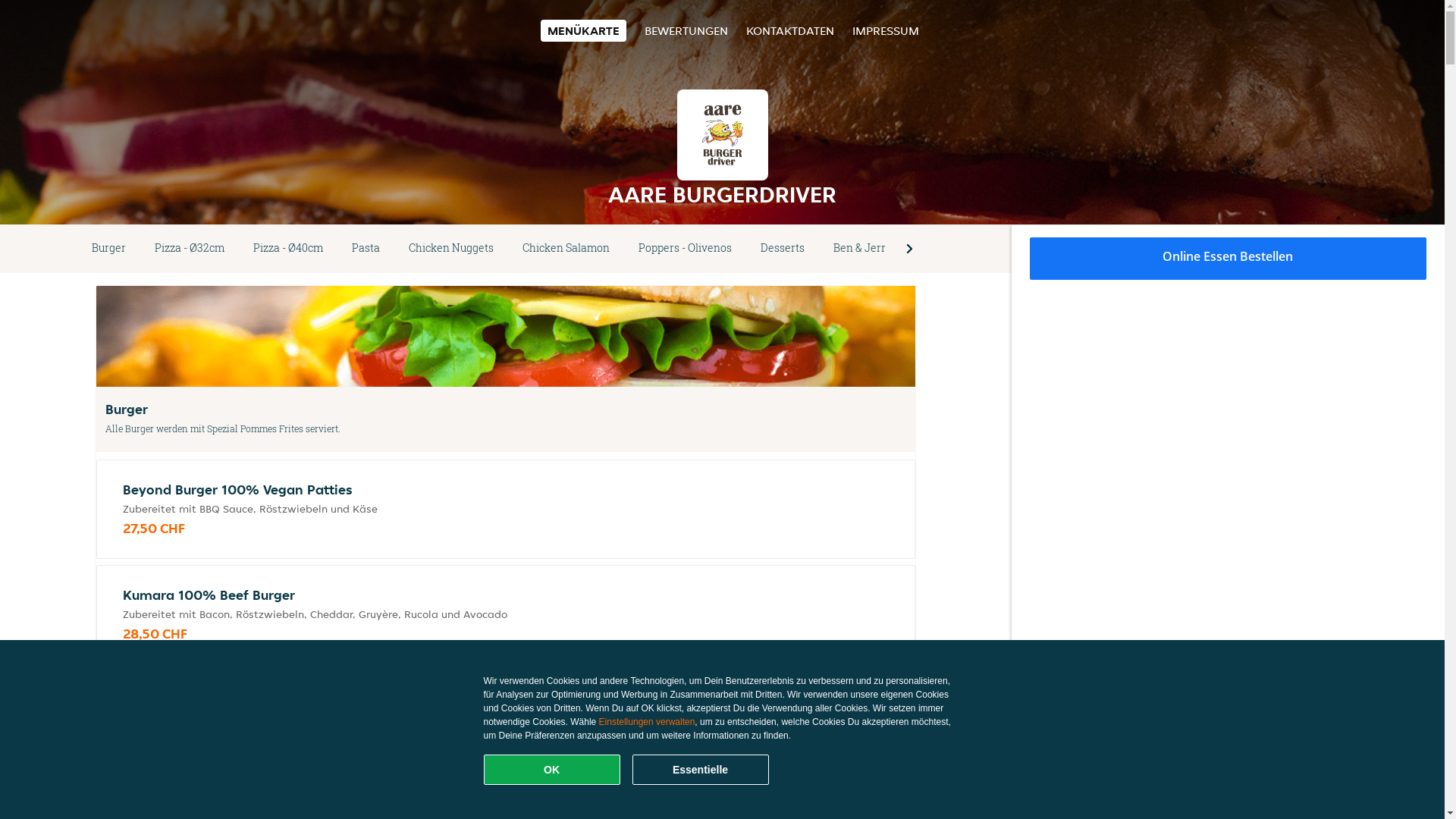  What do you see at coordinates (366, 247) in the screenshot?
I see `'Pasta'` at bounding box center [366, 247].